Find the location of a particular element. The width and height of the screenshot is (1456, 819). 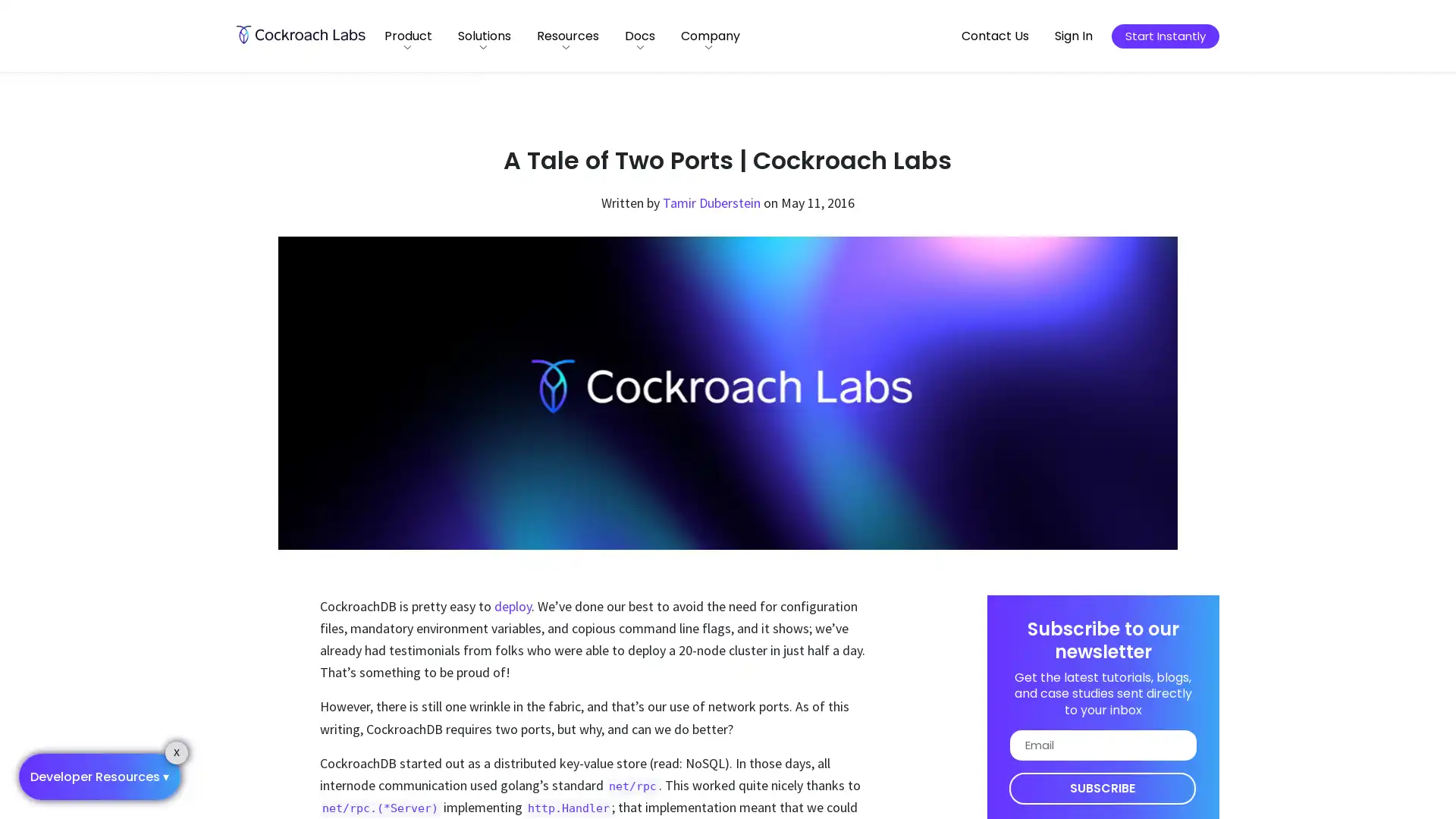

Contact Us is located at coordinates (995, 35).